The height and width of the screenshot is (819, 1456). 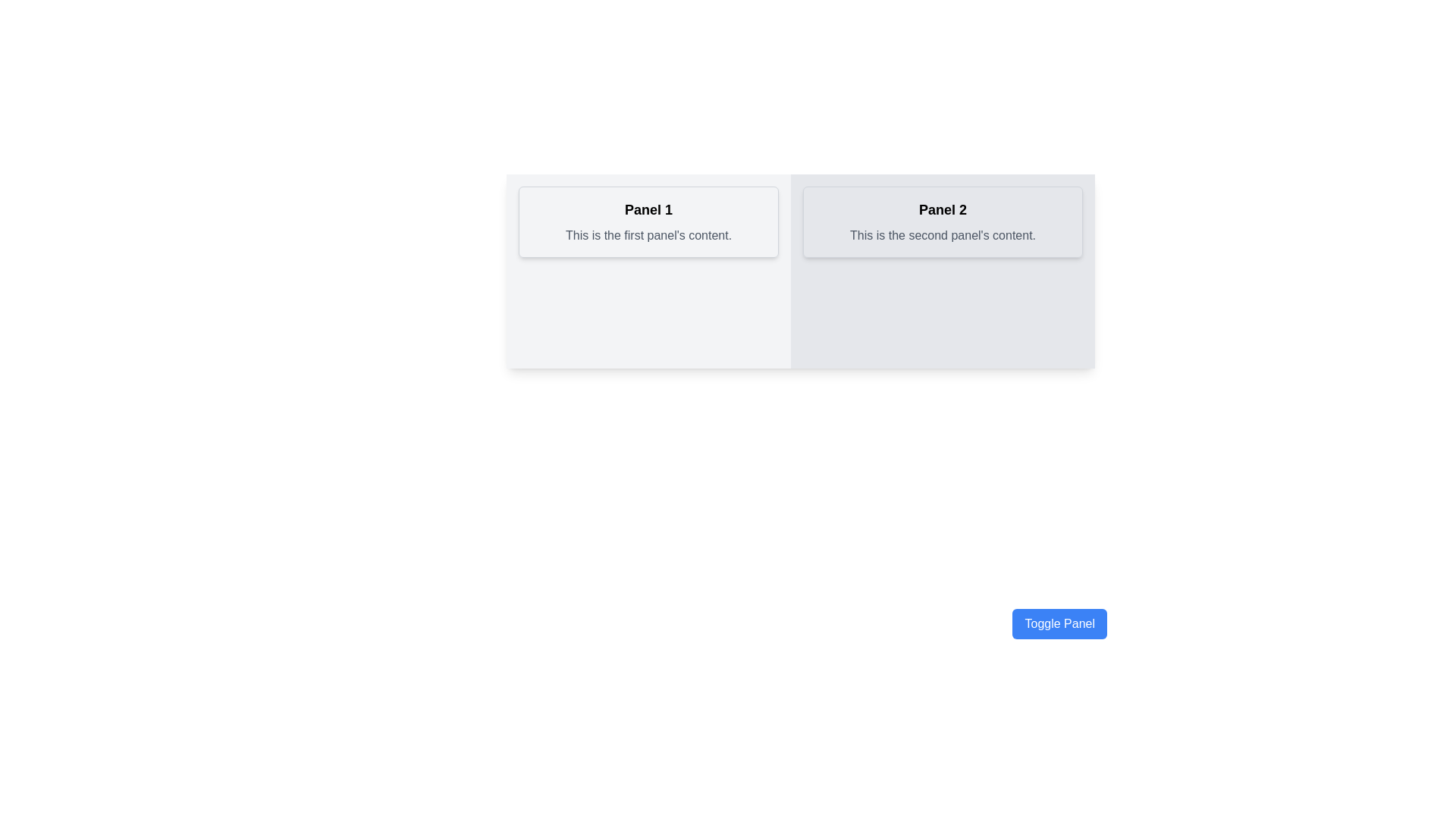 I want to click on the 'Toggle Panel' button, which is a rectangular button with a blue background and rounded corners, so click(x=1059, y=623).